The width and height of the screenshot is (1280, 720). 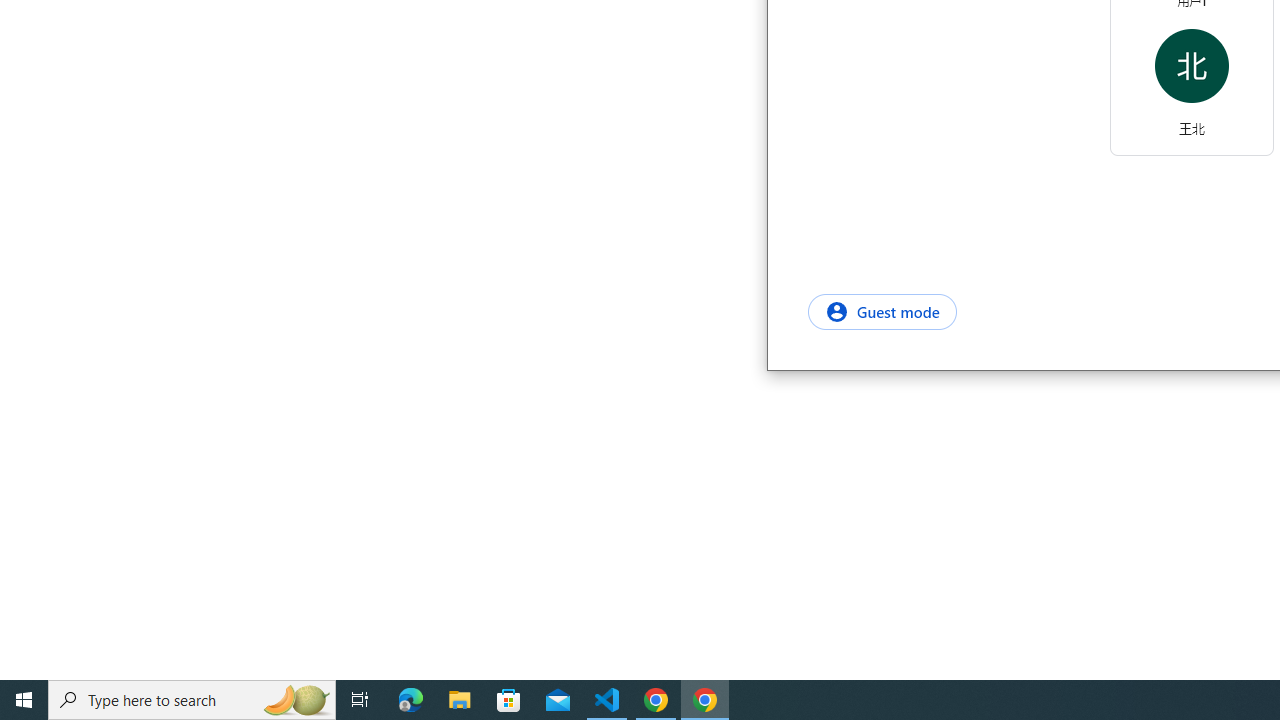 I want to click on 'Microsoft Edge', so click(x=410, y=698).